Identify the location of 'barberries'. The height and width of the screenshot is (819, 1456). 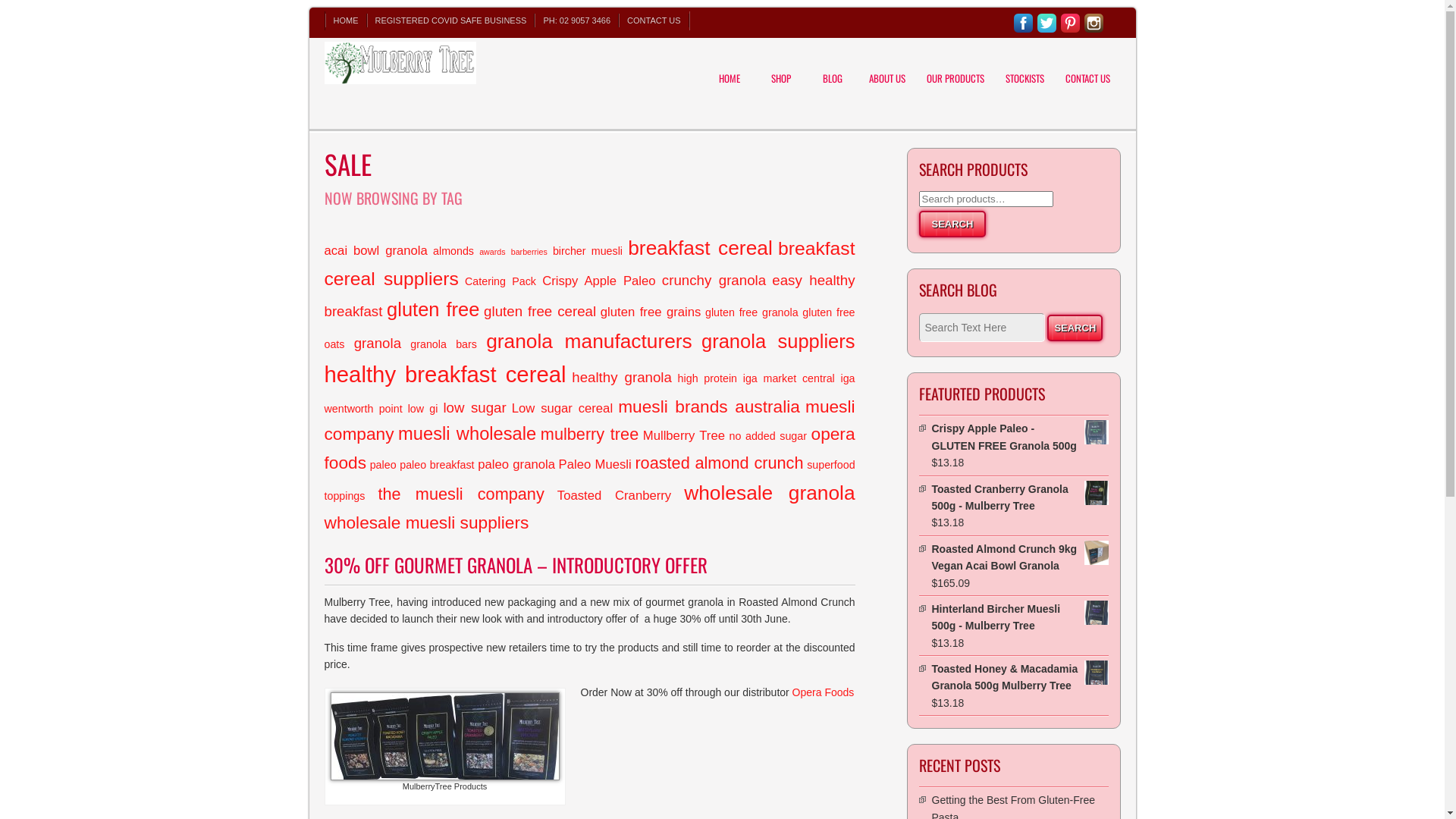
(529, 250).